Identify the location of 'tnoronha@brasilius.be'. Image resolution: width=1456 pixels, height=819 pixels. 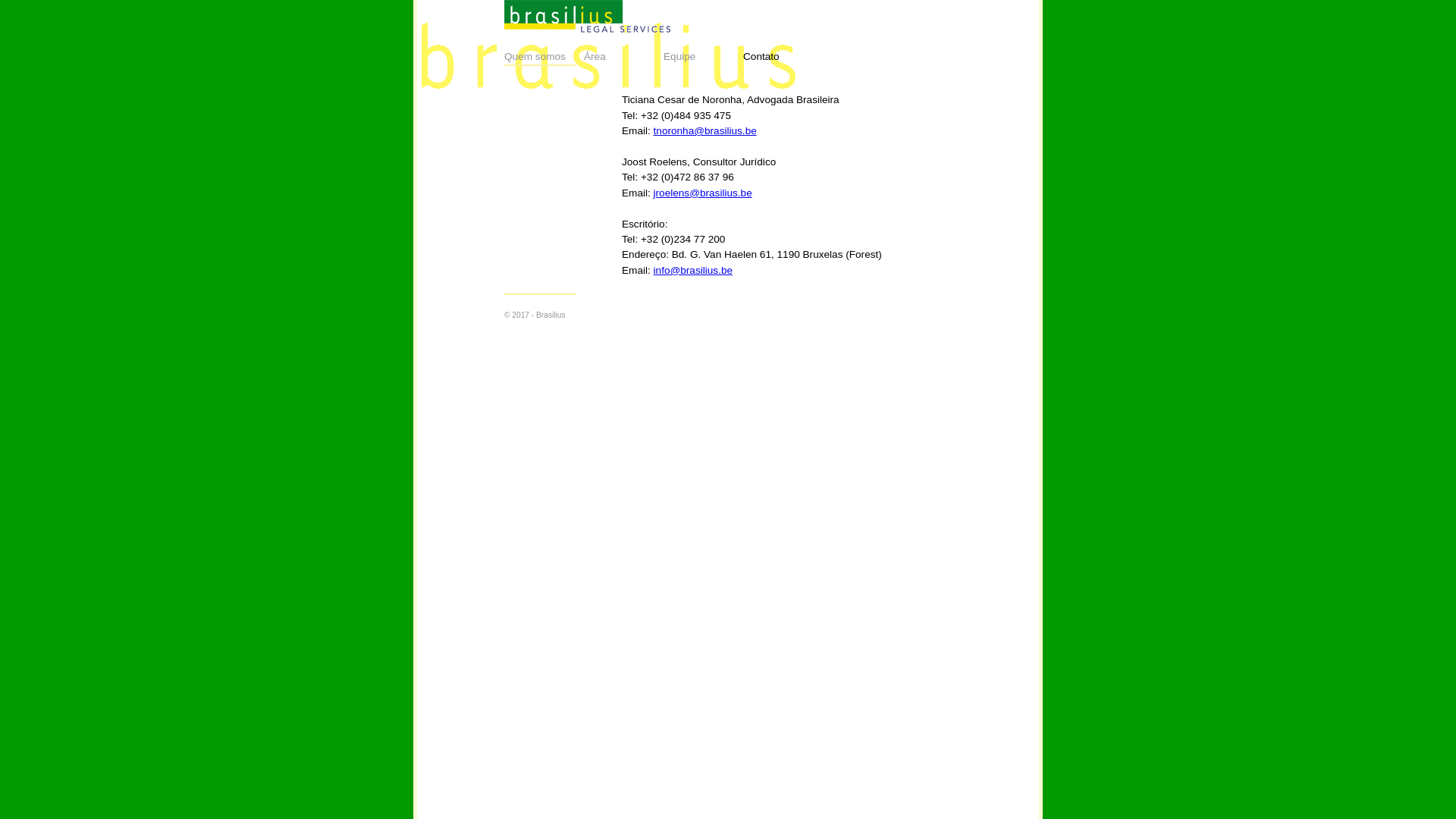
(704, 130).